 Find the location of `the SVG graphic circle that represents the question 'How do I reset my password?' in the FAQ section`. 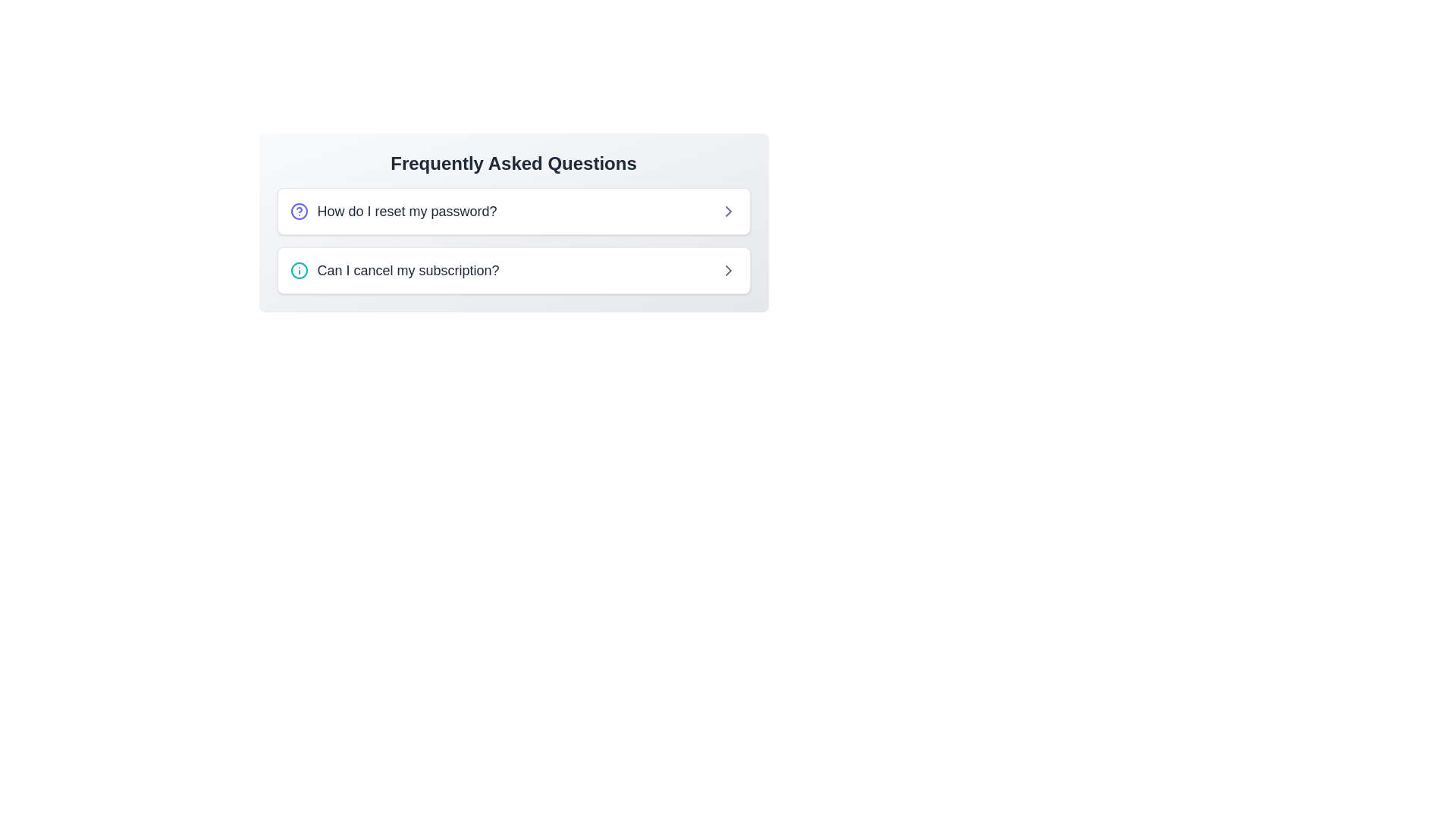

the SVG graphic circle that represents the question 'How do I reset my password?' in the FAQ section is located at coordinates (299, 211).